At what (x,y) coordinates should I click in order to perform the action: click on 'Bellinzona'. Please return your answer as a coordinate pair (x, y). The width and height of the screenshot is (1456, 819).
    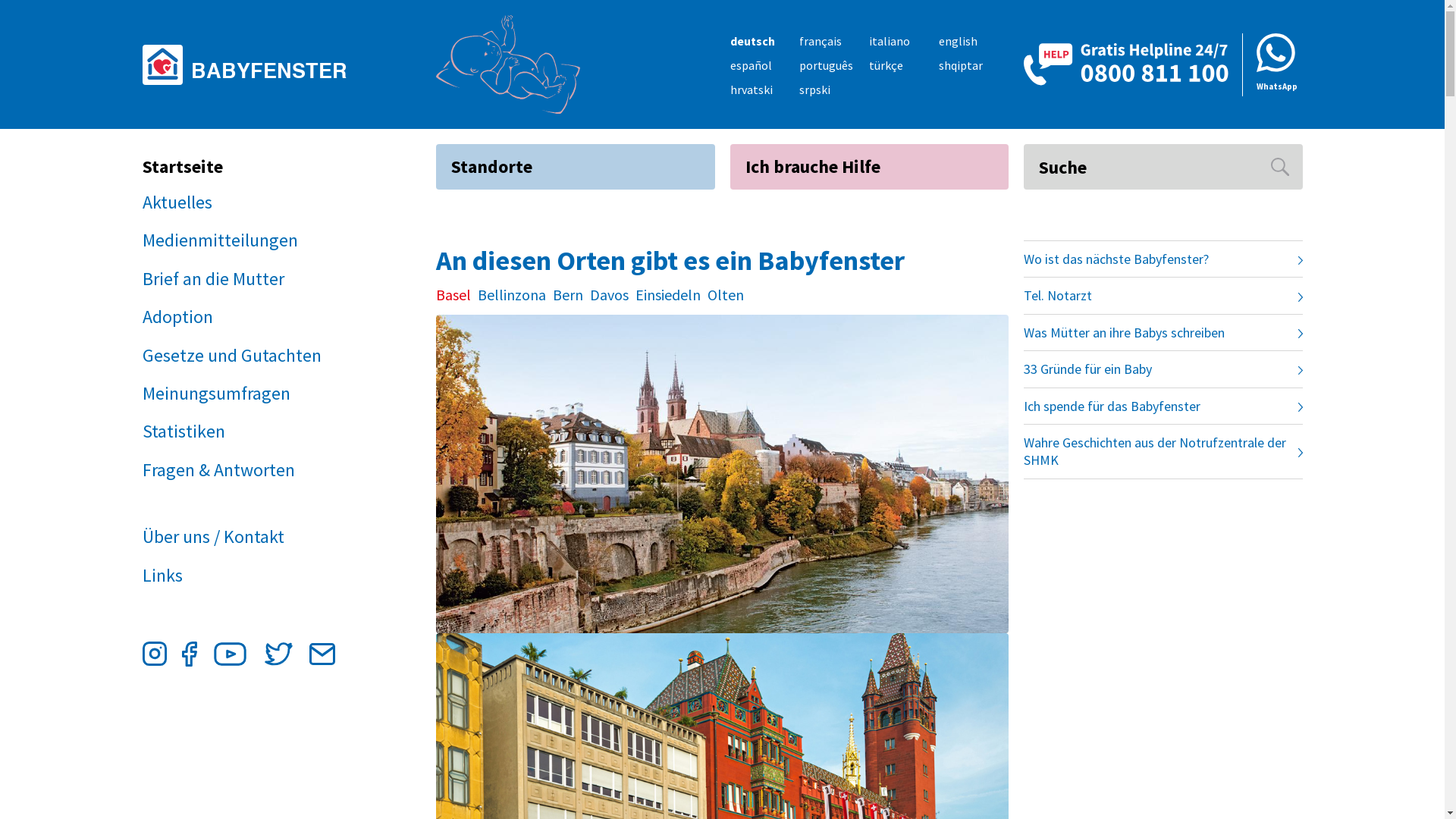
    Looking at the image, I should click on (512, 295).